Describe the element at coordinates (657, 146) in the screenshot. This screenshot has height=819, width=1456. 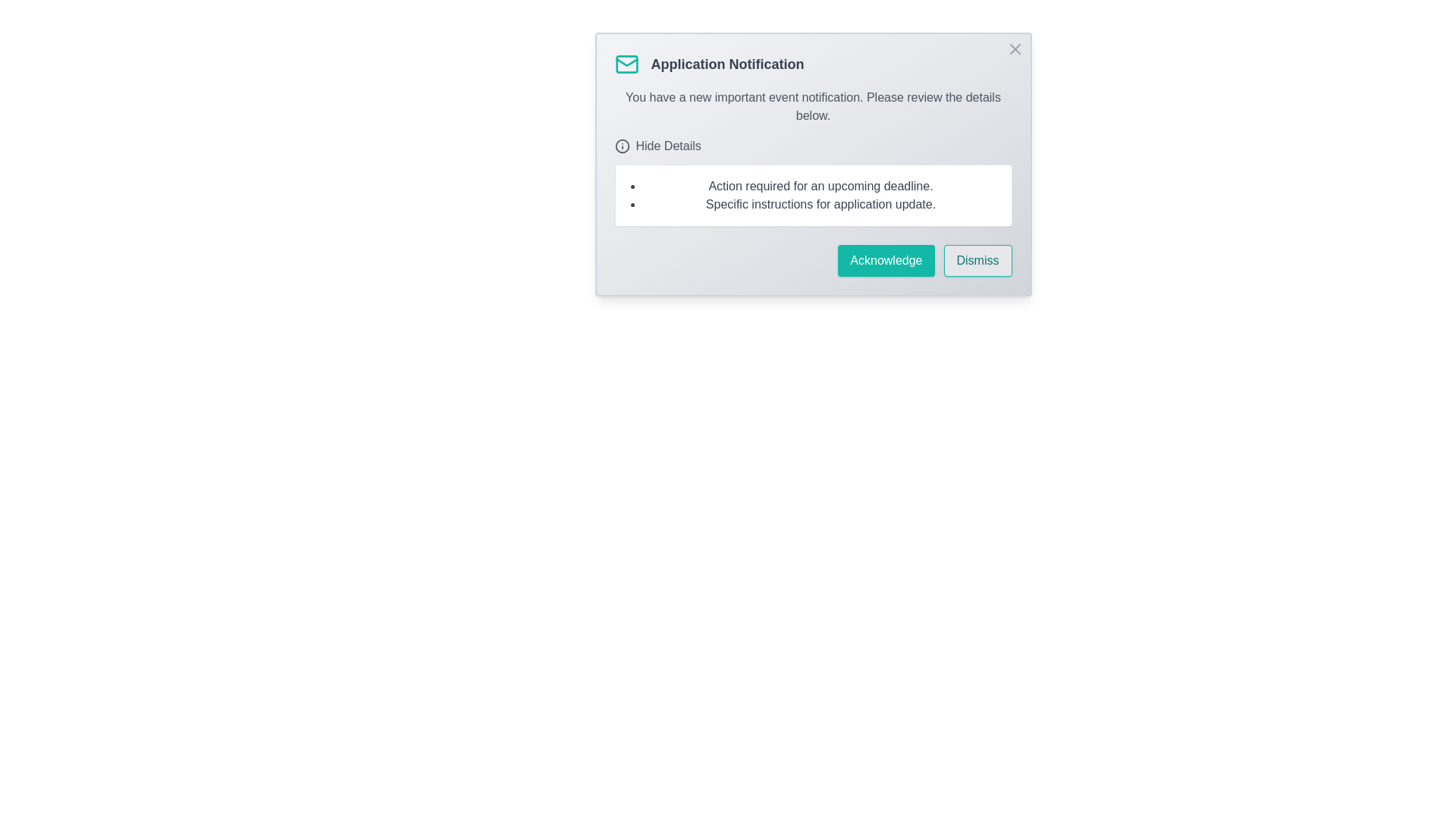
I see `'Hide Details' link to toggle the details section` at that location.